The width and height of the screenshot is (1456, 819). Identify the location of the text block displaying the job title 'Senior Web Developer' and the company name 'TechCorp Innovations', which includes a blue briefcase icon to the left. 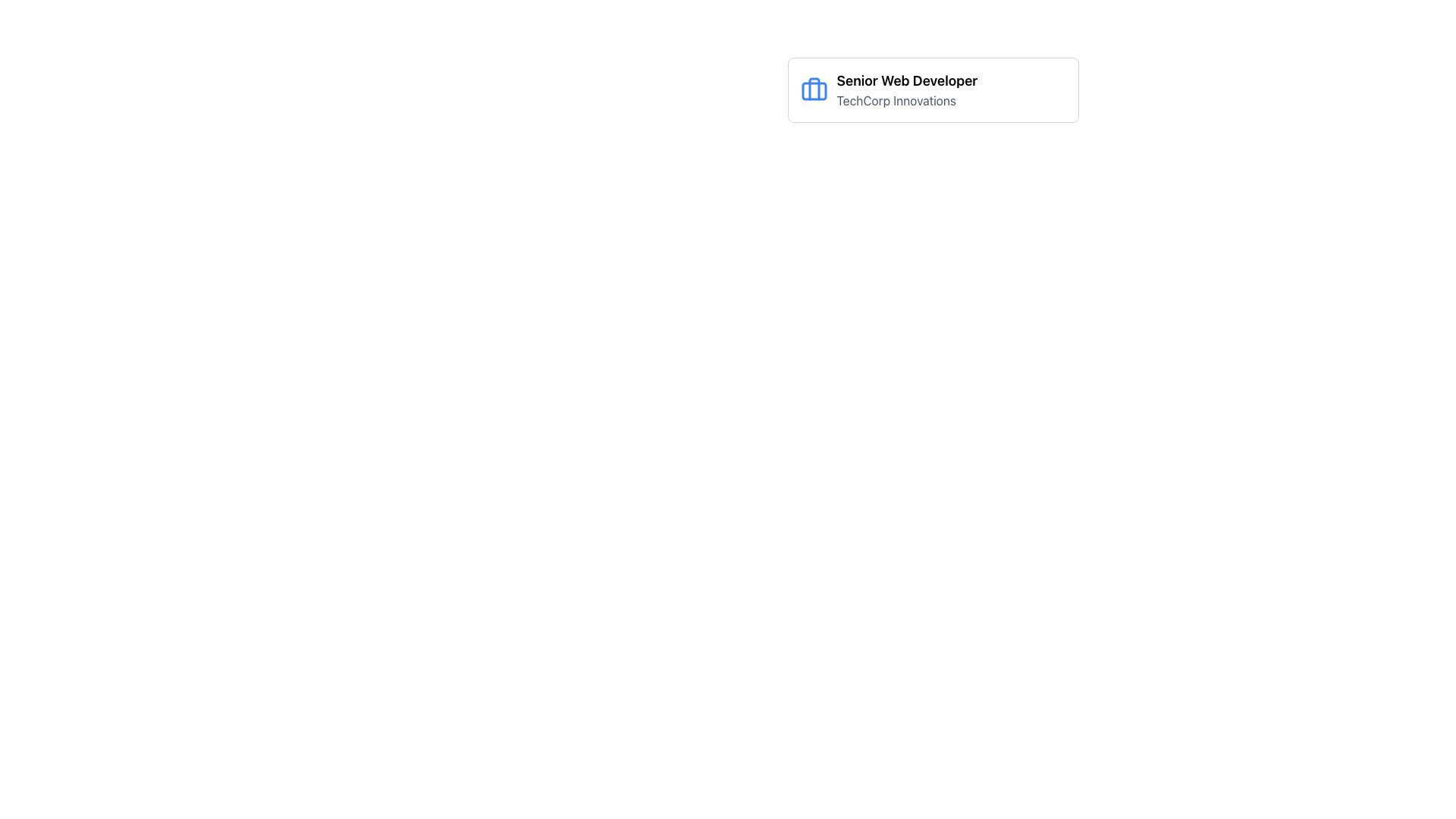
(932, 90).